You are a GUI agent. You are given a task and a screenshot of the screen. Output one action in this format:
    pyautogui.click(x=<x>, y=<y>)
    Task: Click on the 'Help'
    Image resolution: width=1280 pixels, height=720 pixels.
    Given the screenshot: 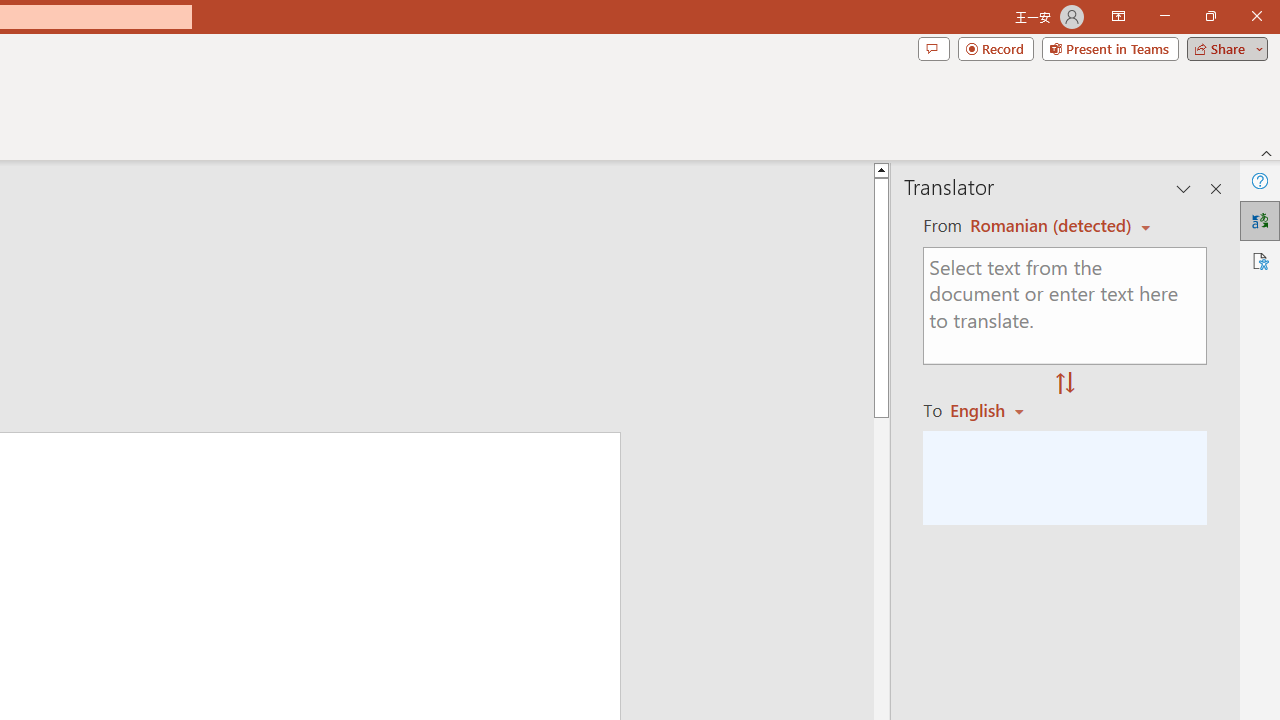 What is the action you would take?
    pyautogui.click(x=1259, y=181)
    